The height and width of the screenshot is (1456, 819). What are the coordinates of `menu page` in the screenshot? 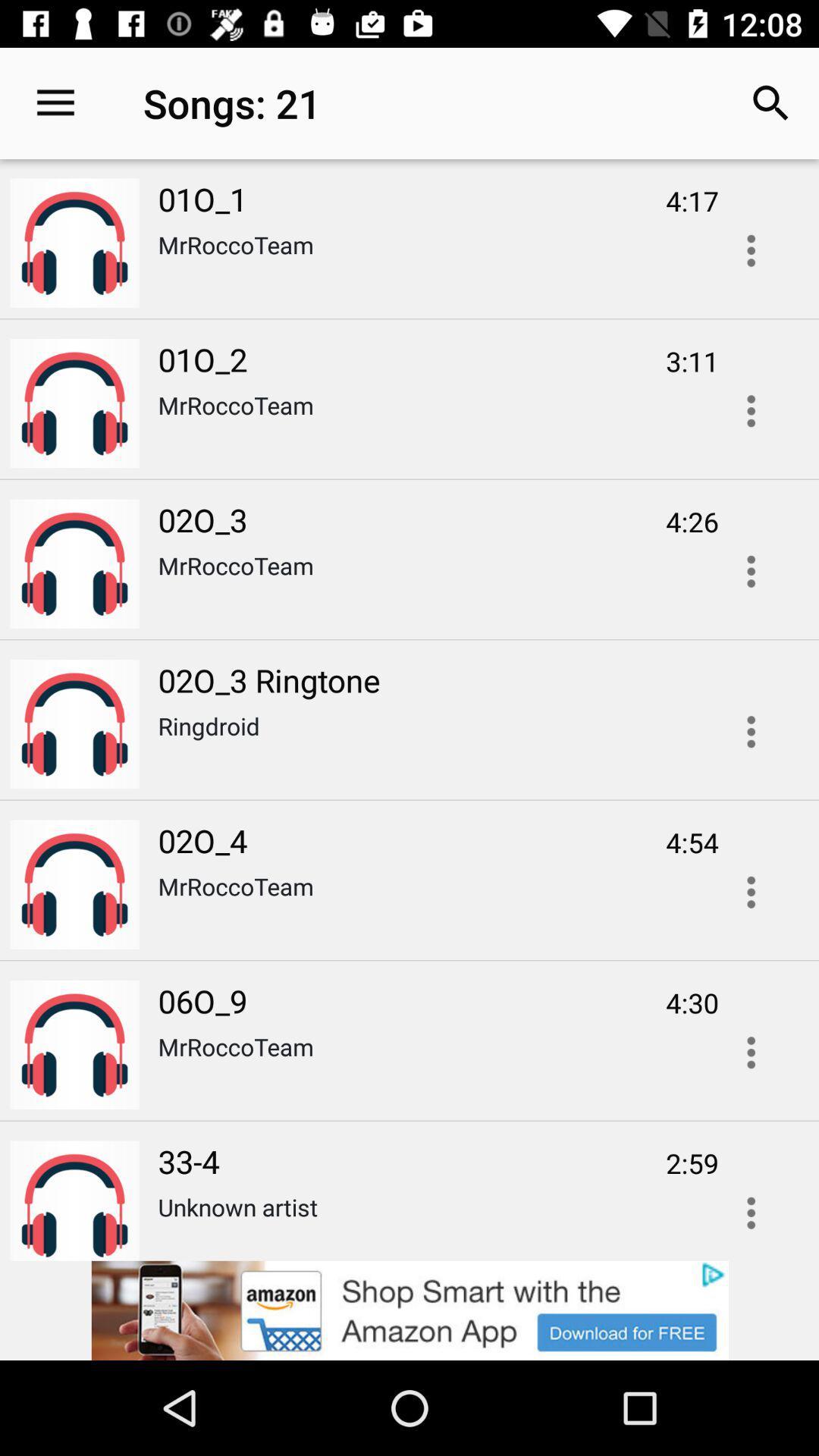 It's located at (751, 411).